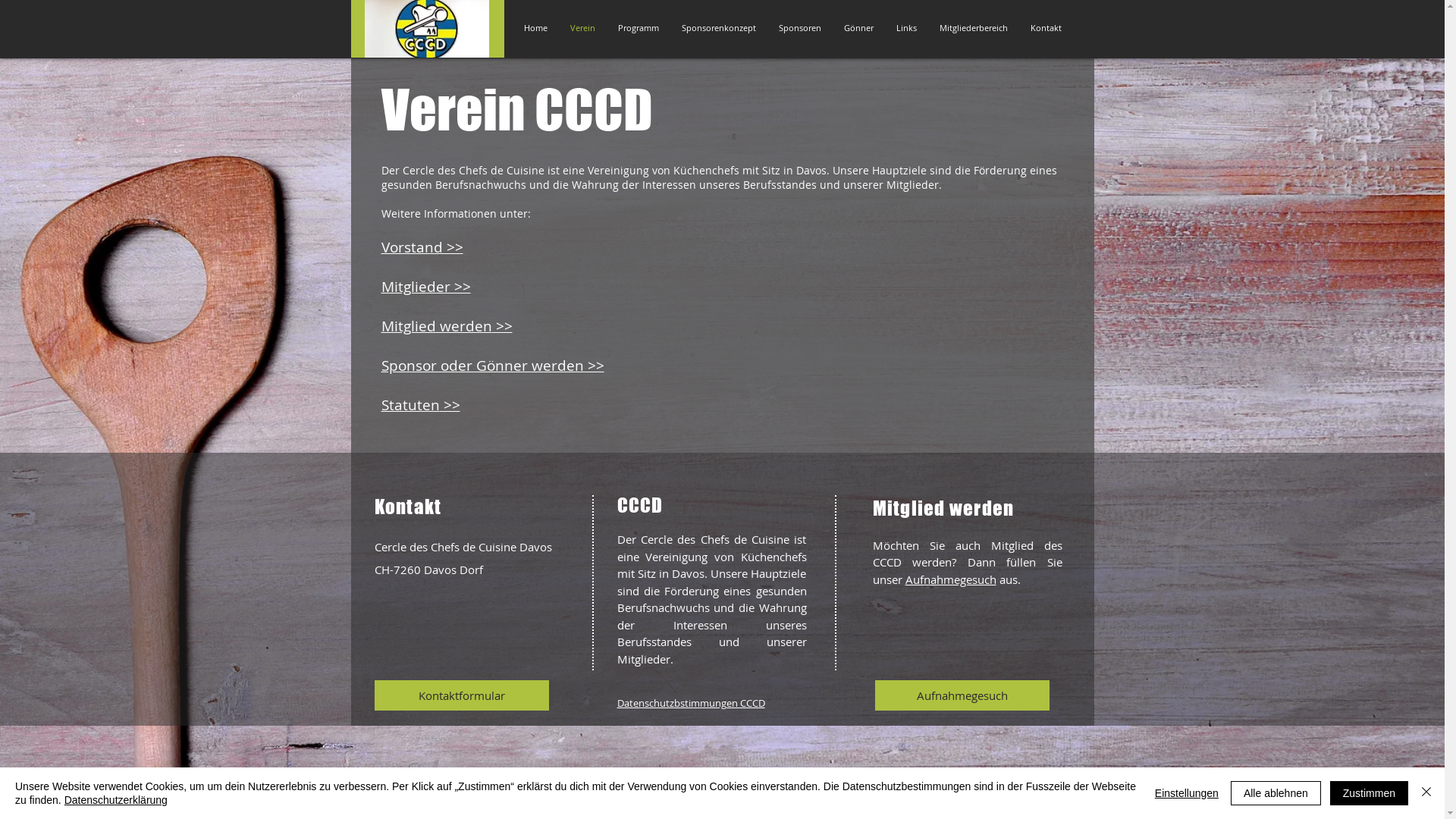 The width and height of the screenshot is (1456, 819). I want to click on 'Home', so click(535, 28).